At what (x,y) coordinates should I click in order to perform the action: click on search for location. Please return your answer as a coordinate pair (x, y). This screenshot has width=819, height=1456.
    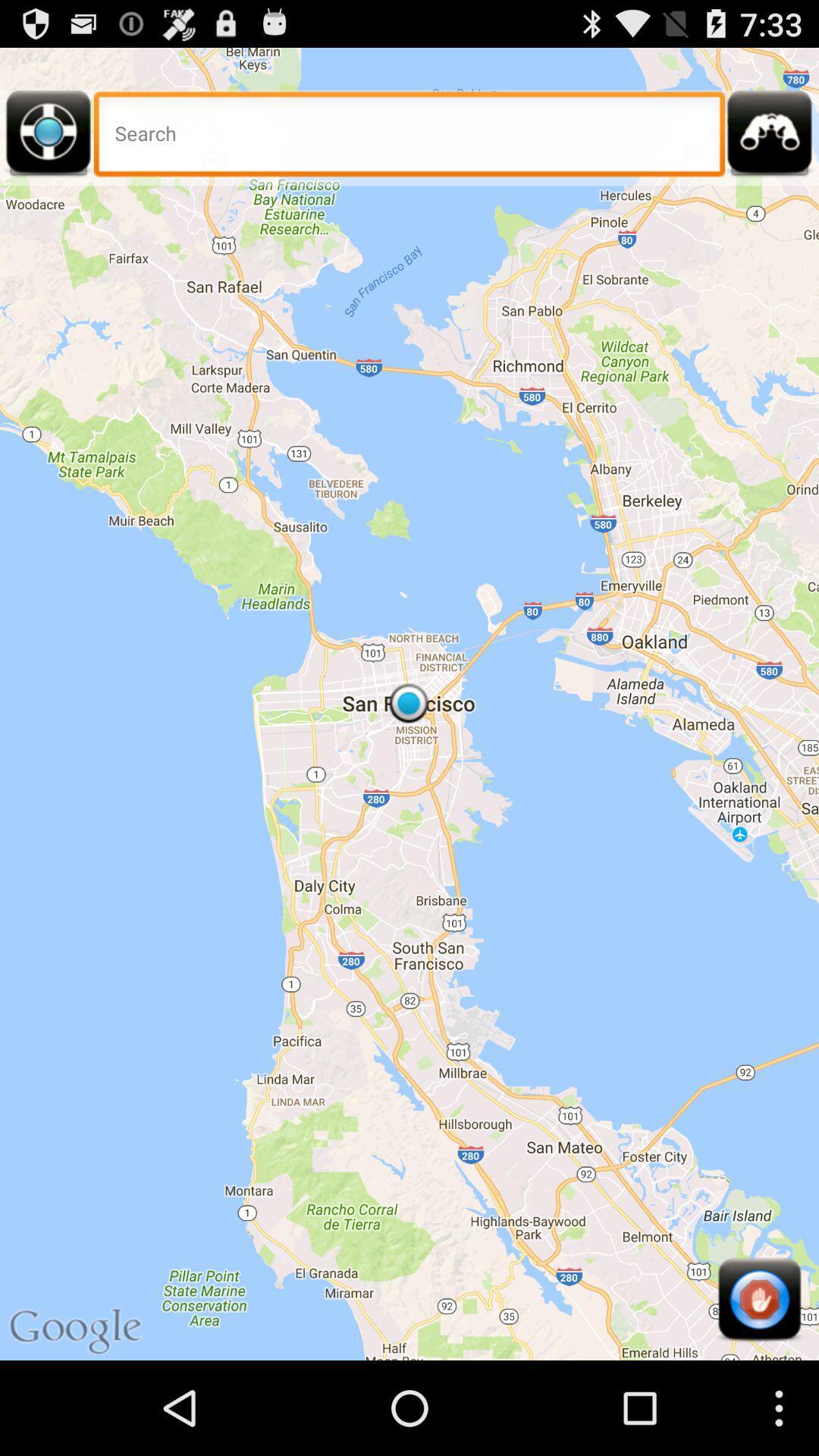
    Looking at the image, I should click on (409, 138).